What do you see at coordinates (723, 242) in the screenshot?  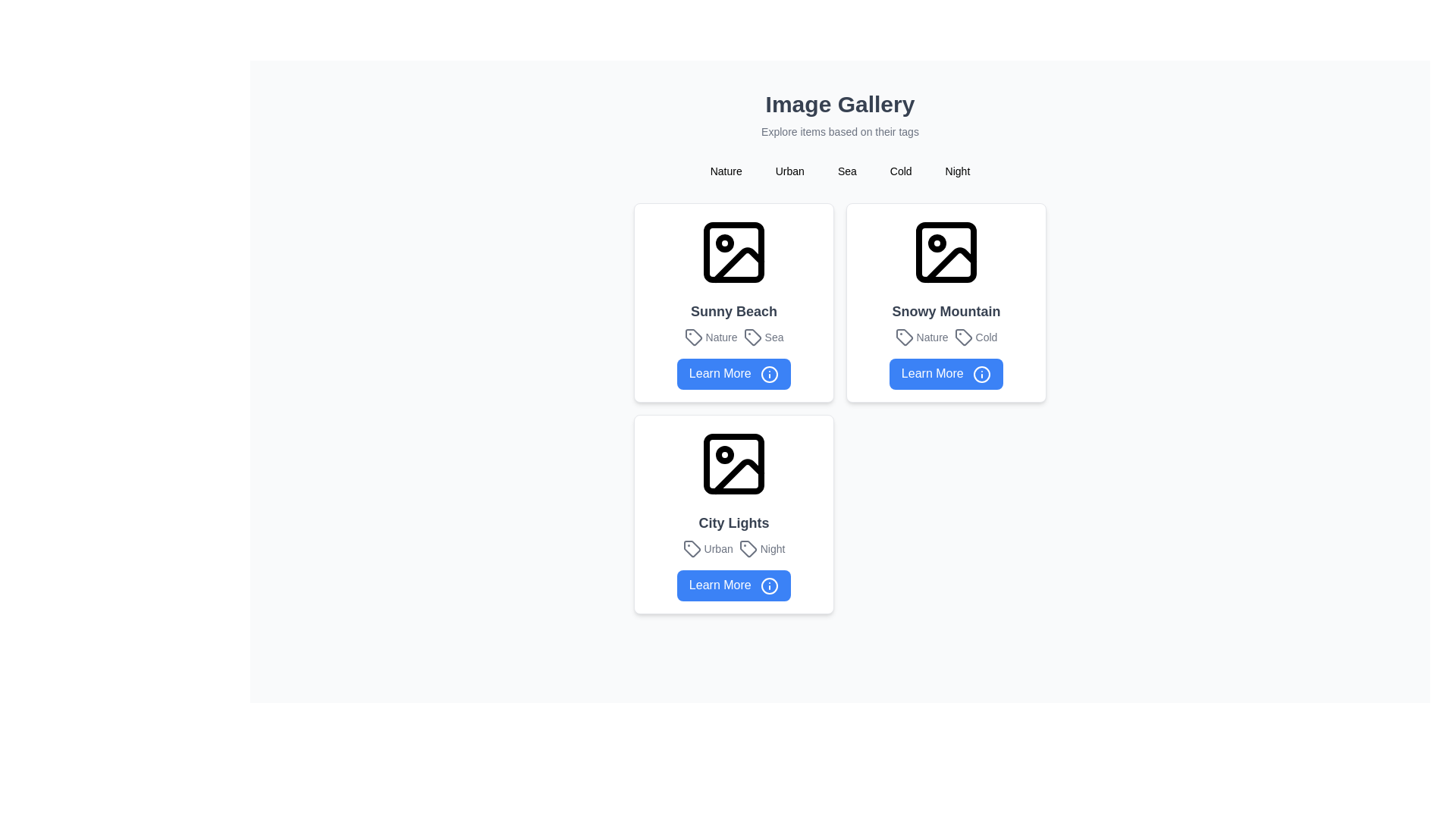 I see `the small circular dot within the SVG graphic of the image placeholder icon in the 'Sunny Beach' card` at bounding box center [723, 242].